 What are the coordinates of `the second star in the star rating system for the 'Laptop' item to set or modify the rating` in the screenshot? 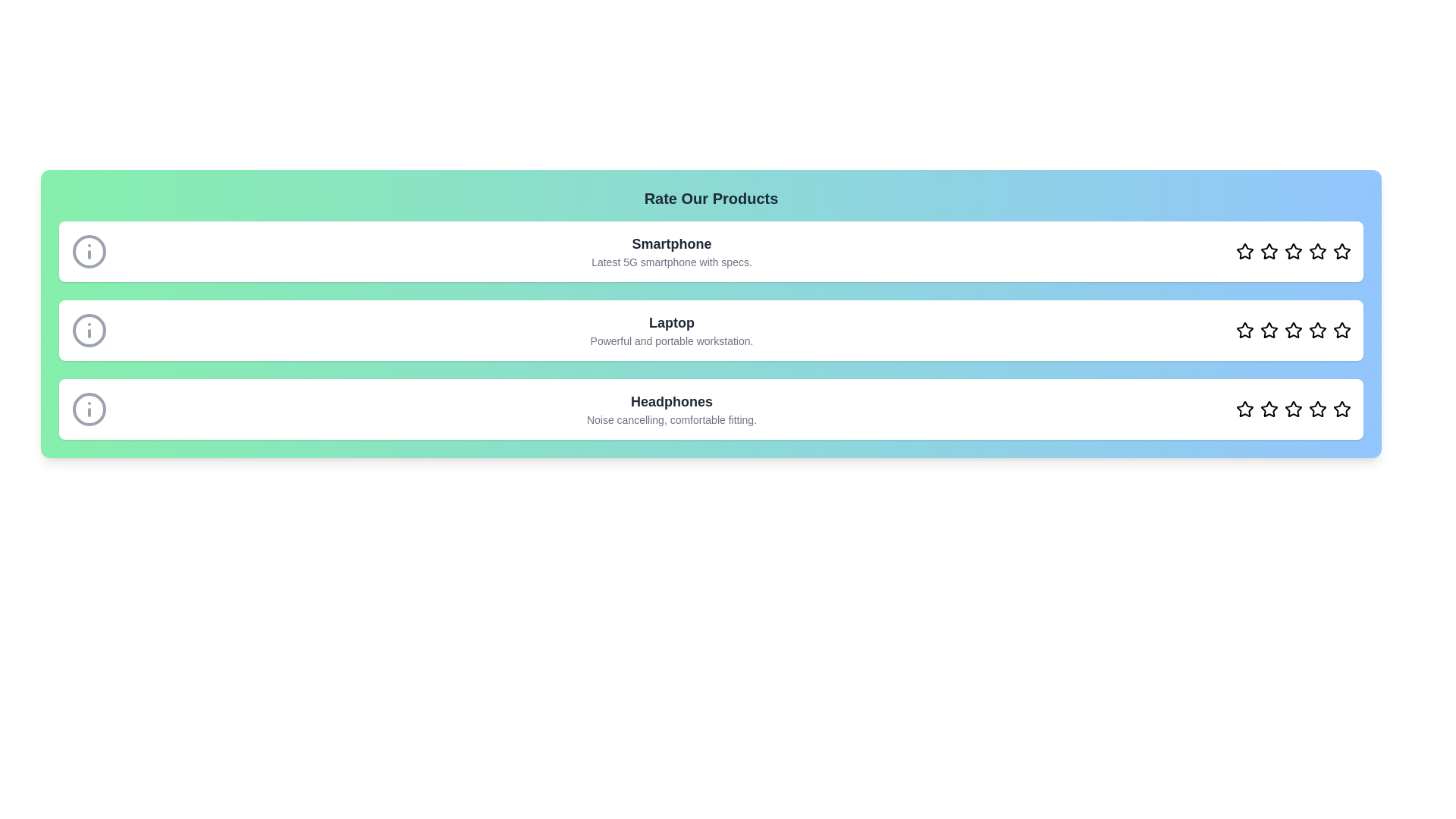 It's located at (1269, 329).